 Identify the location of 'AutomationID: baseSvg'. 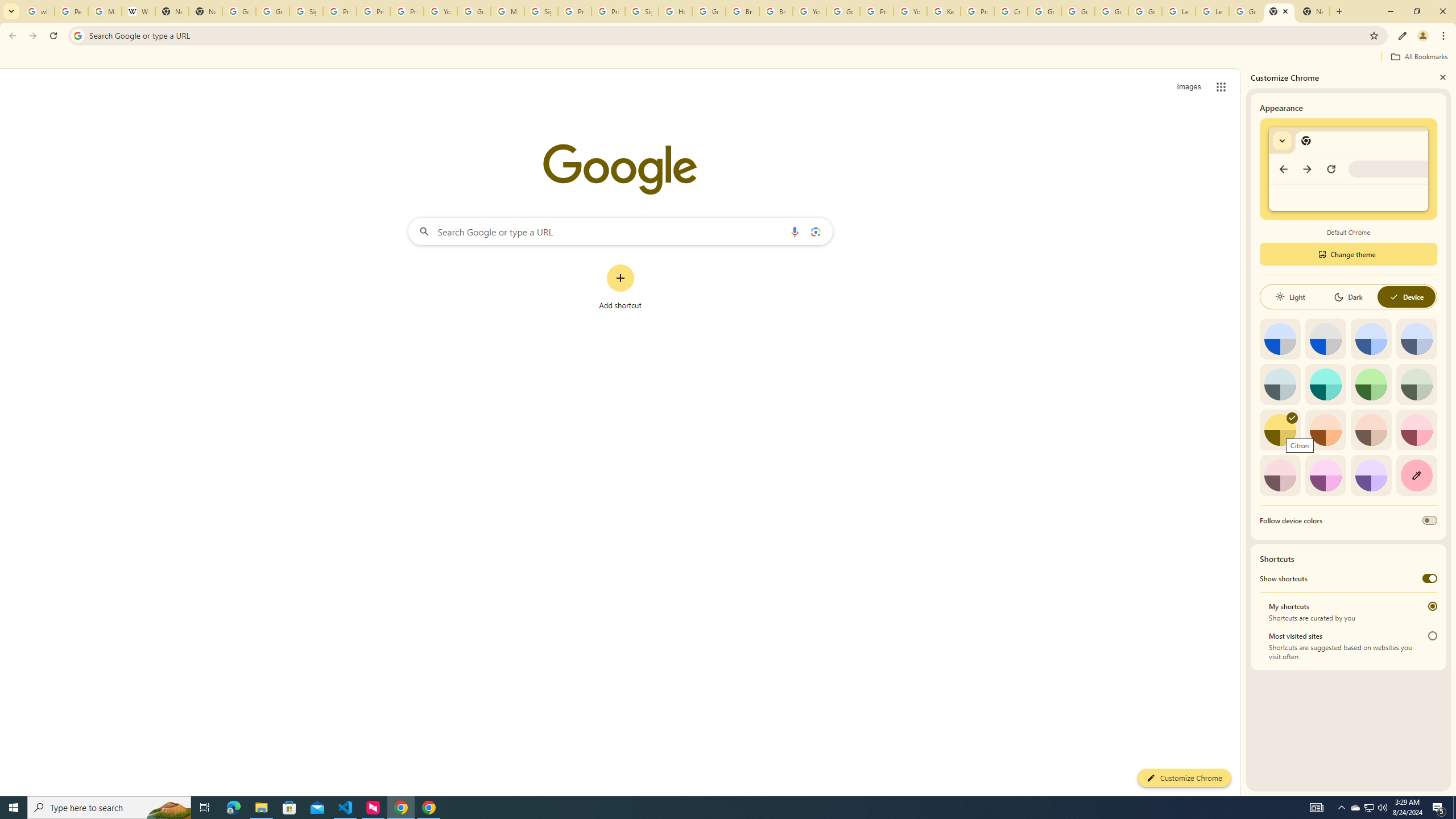
(1393, 296).